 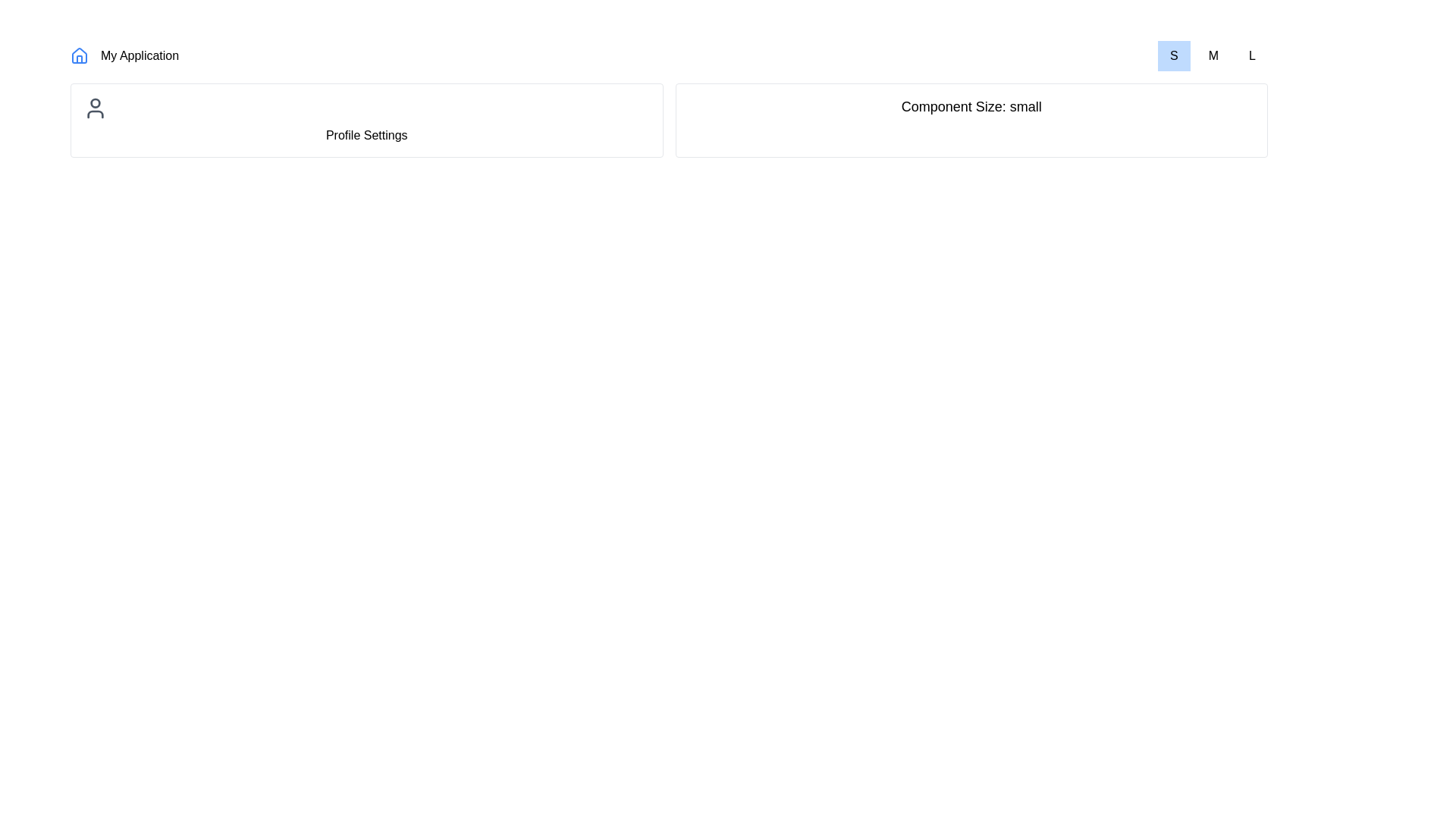 What do you see at coordinates (124, 55) in the screenshot?
I see `the Header element that consists of a blue house icon and the text 'My Application'` at bounding box center [124, 55].